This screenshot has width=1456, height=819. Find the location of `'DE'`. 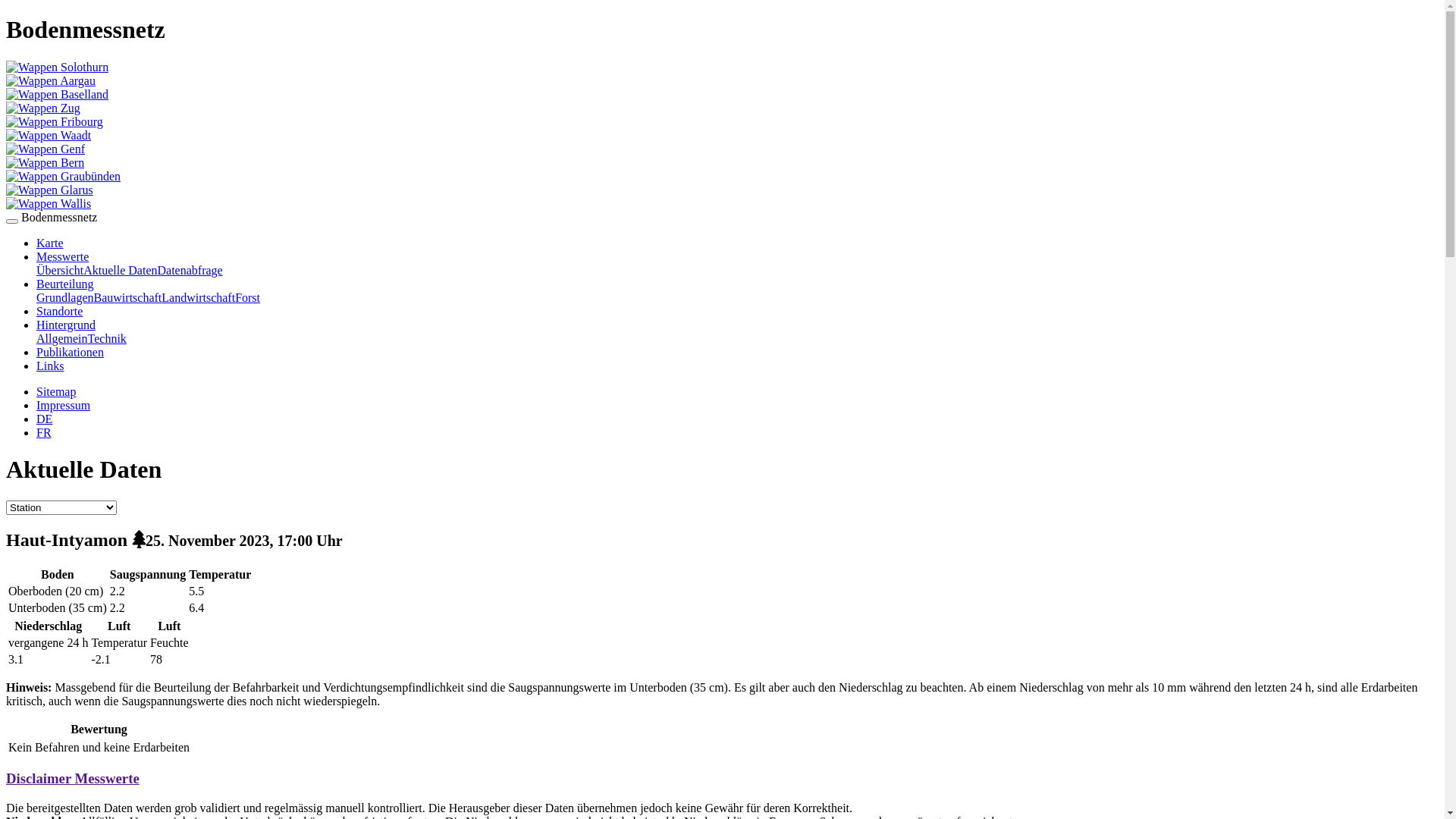

'DE' is located at coordinates (44, 419).